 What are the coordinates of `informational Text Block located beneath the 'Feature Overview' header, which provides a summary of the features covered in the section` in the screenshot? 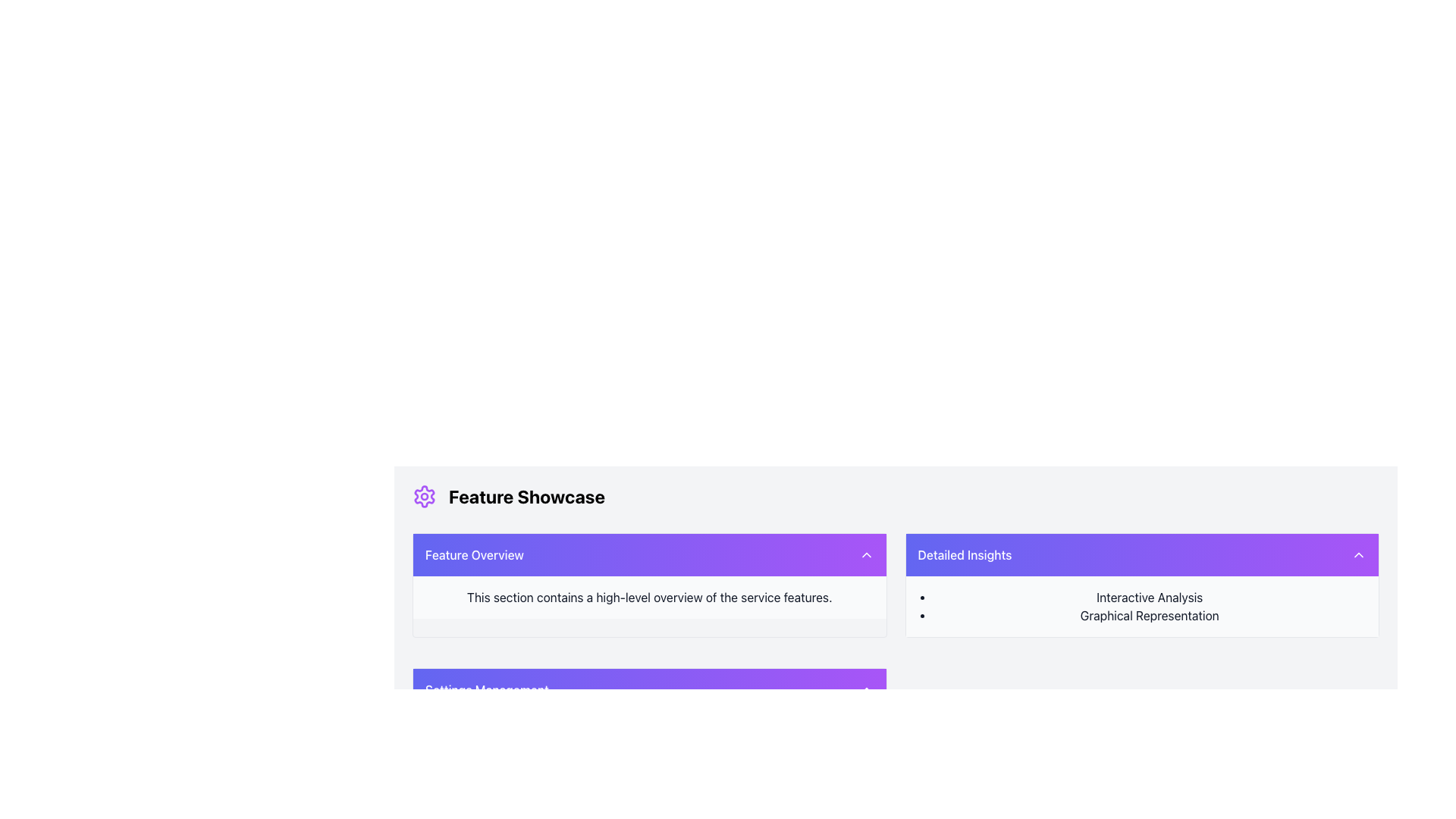 It's located at (649, 596).